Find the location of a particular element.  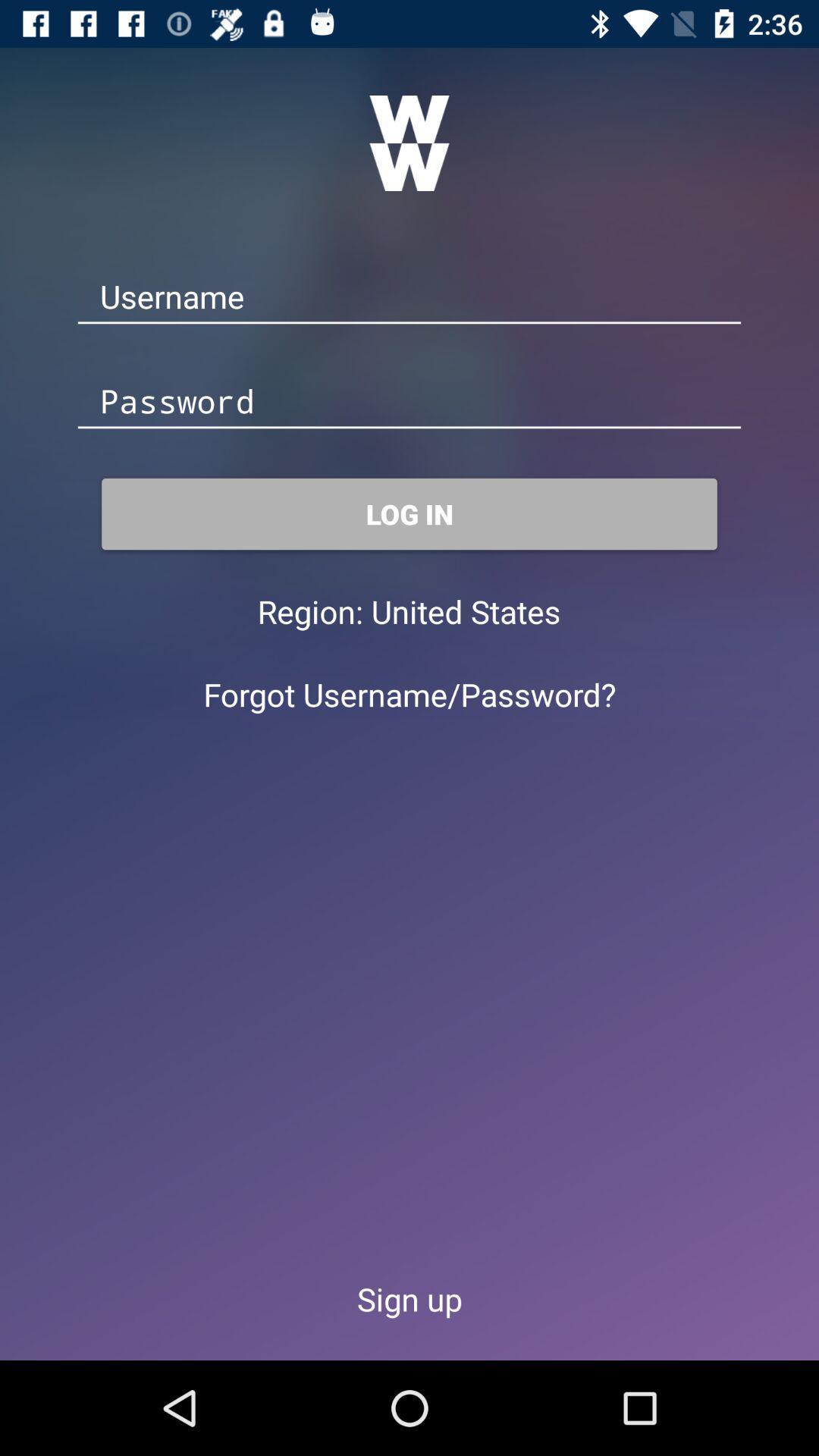

the icon to the right of the region:  icon is located at coordinates (465, 611).